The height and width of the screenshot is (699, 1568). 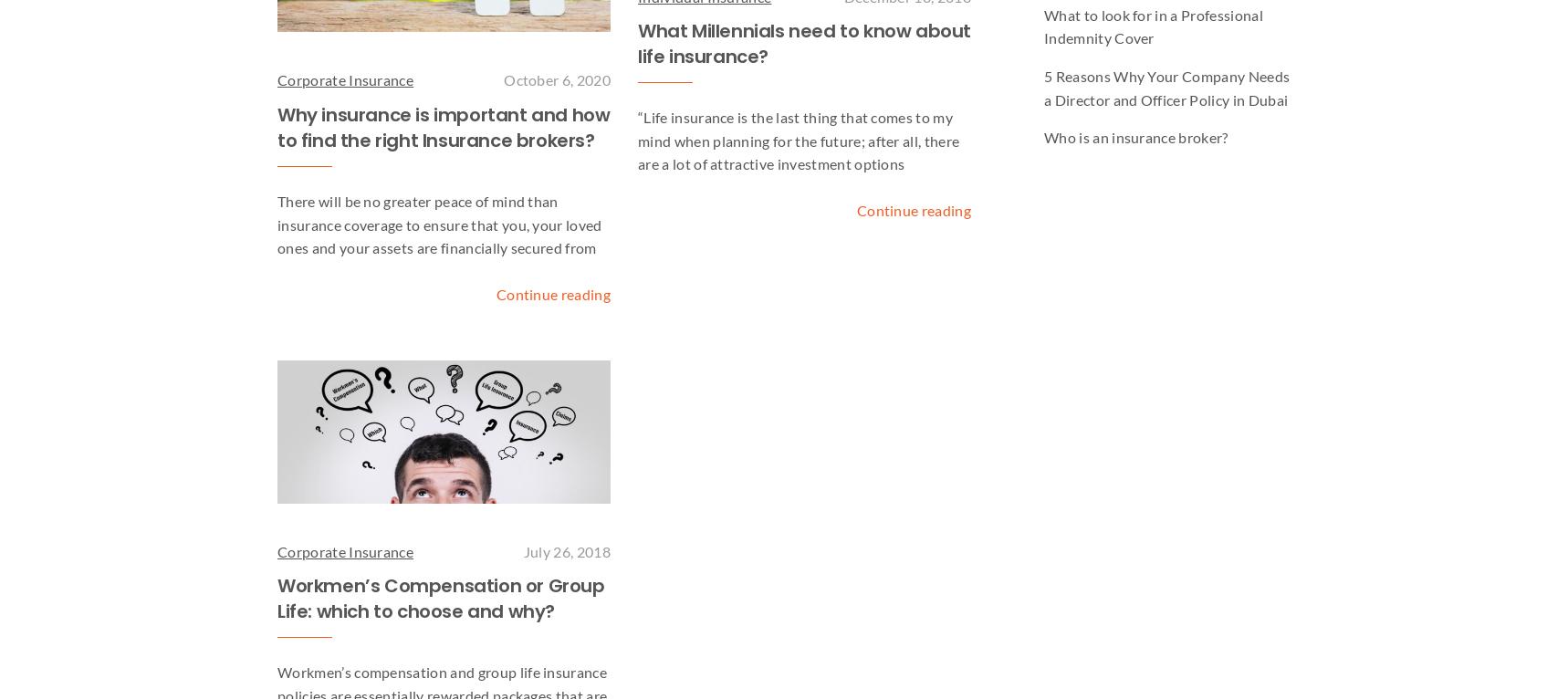 What do you see at coordinates (797, 140) in the screenshot?
I see `'“Life insurance is the last thing that comes to my mind when planning for the future; after all, there are a lot of attractive investment options'` at bounding box center [797, 140].